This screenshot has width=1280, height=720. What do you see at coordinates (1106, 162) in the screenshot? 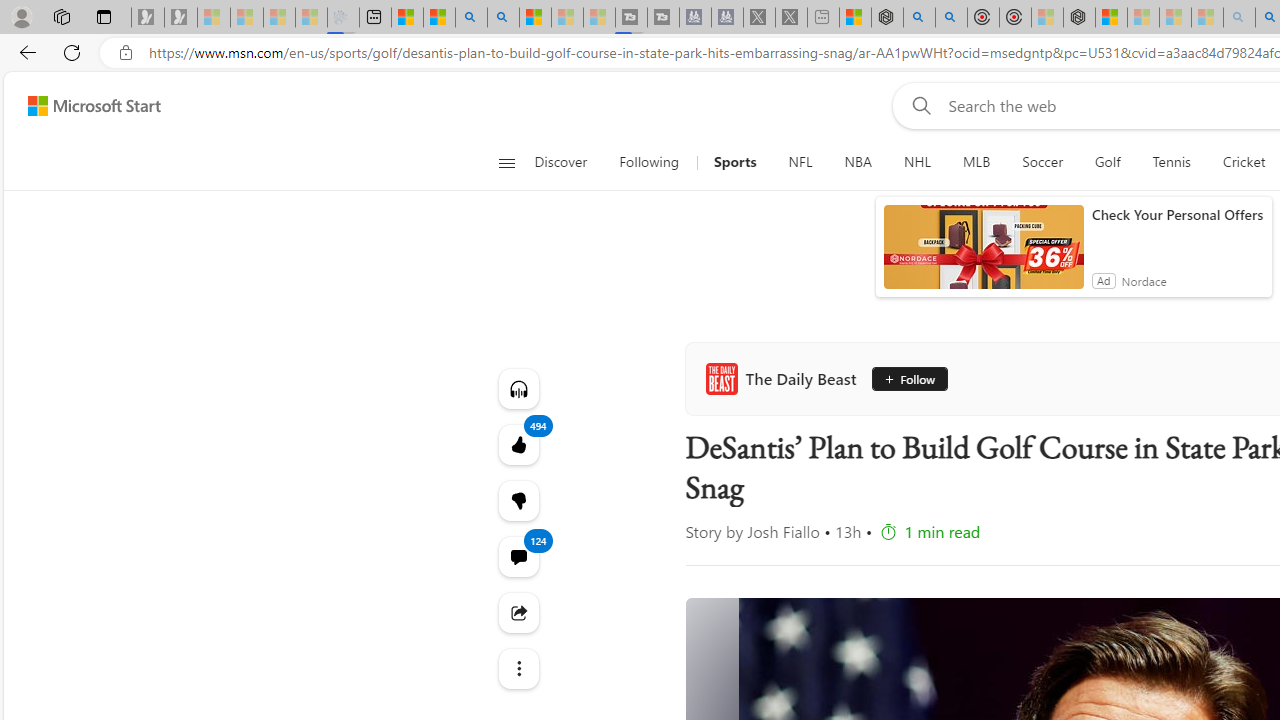
I see `'Golf'` at bounding box center [1106, 162].